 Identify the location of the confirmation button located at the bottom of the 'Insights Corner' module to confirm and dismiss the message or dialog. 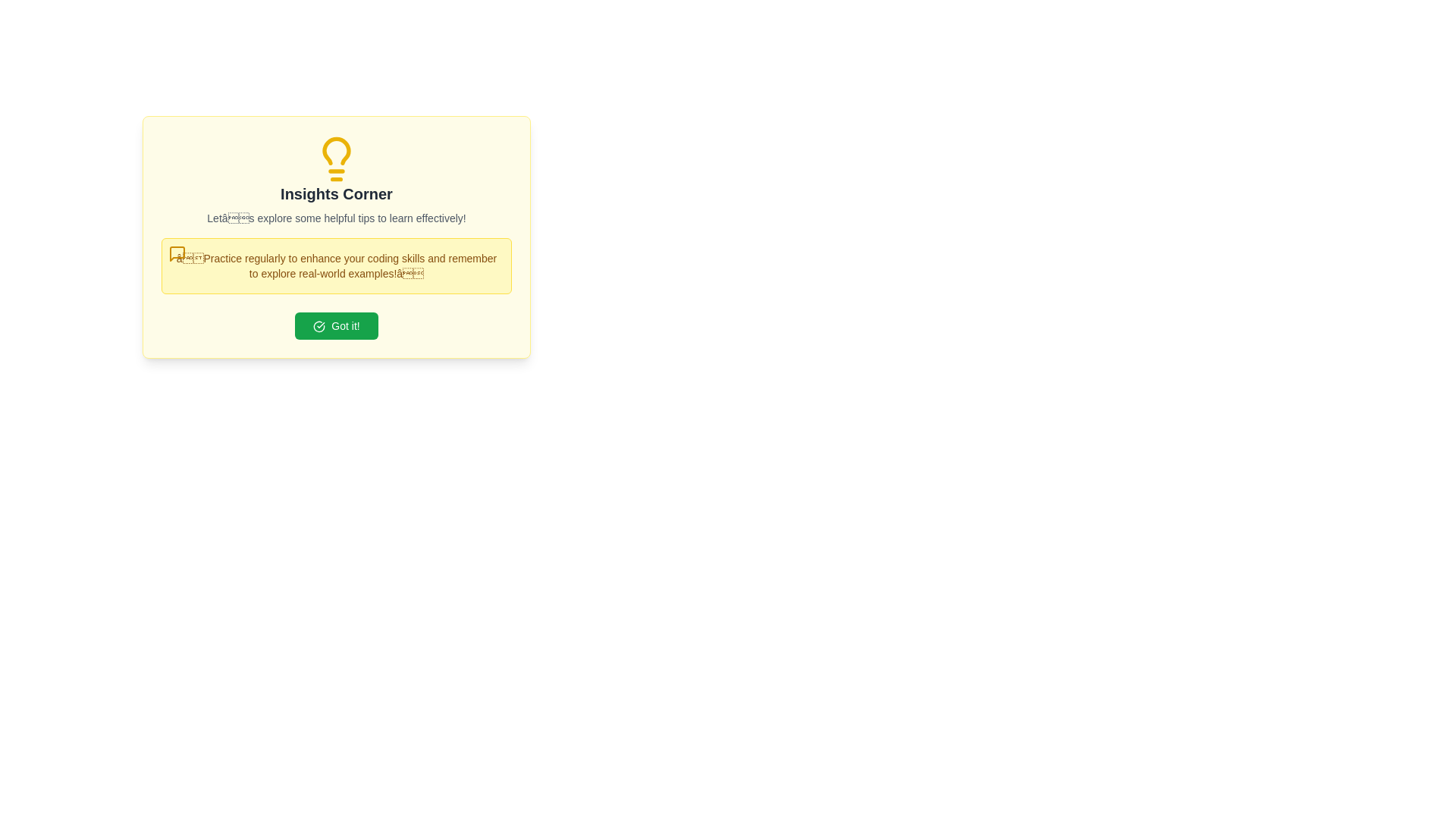
(335, 325).